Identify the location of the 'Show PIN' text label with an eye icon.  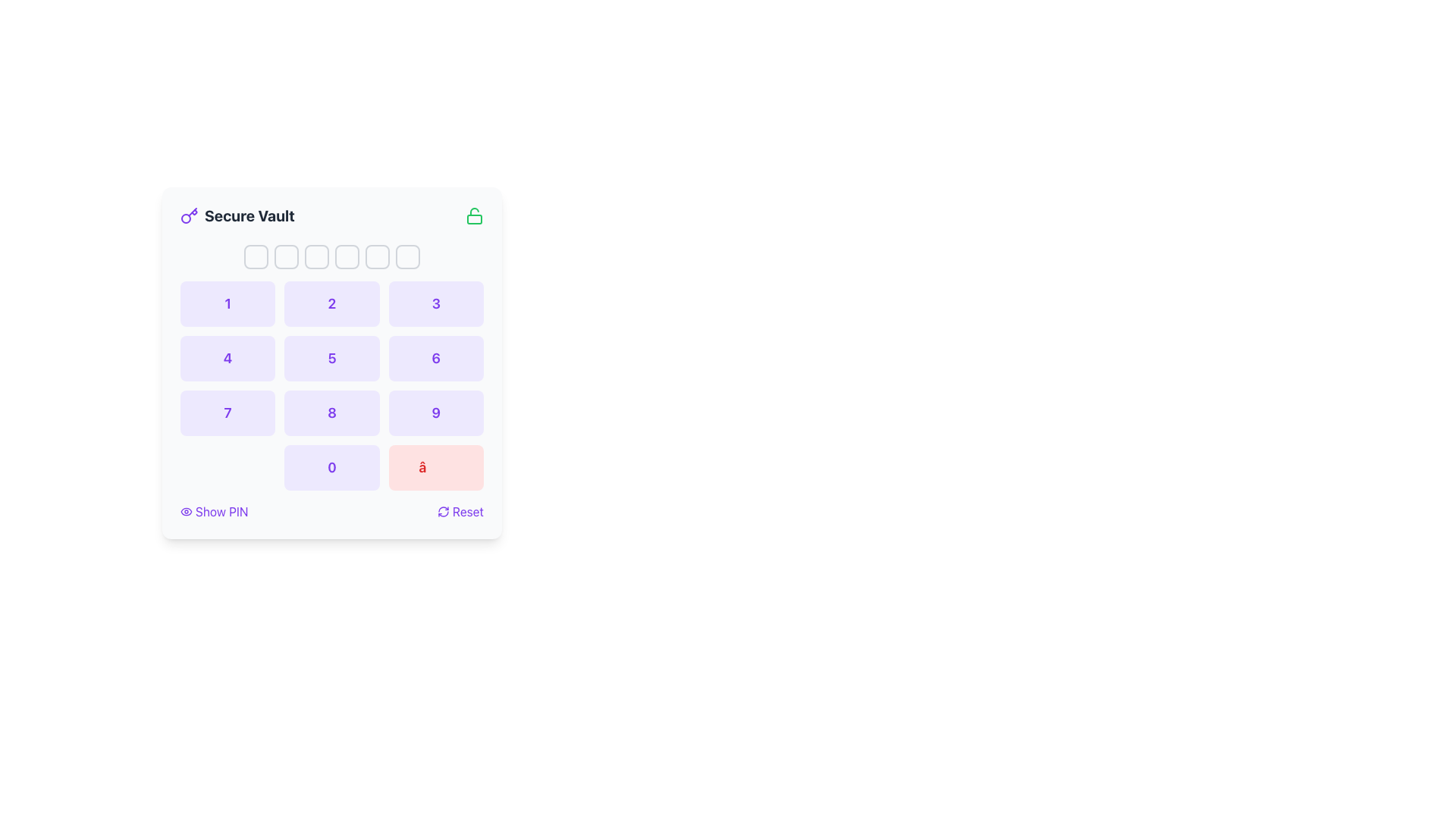
(221, 512).